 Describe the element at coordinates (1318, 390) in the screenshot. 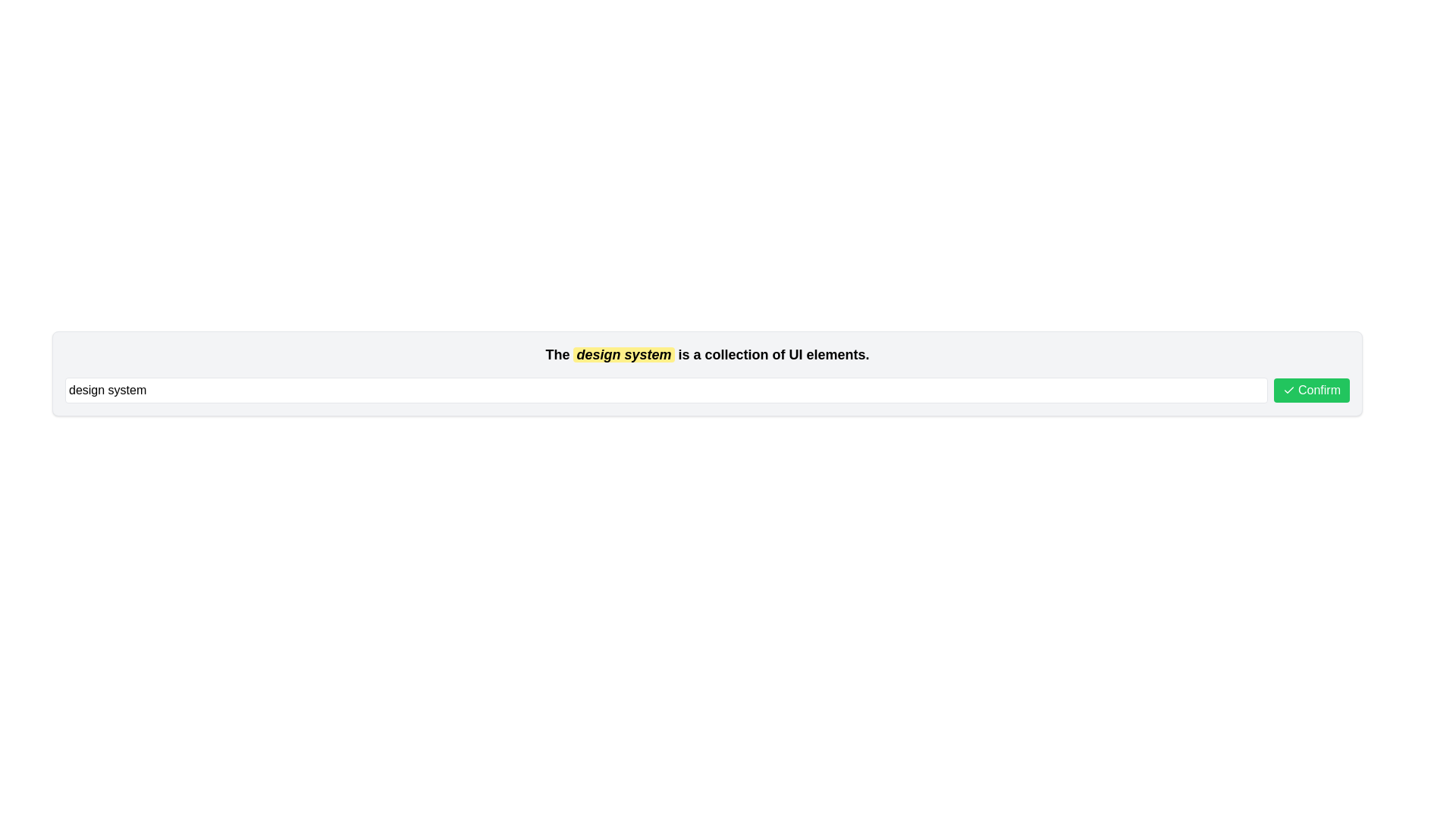

I see `the confirmation button label text located at the center of the green button on the right end of the toolbar` at that location.